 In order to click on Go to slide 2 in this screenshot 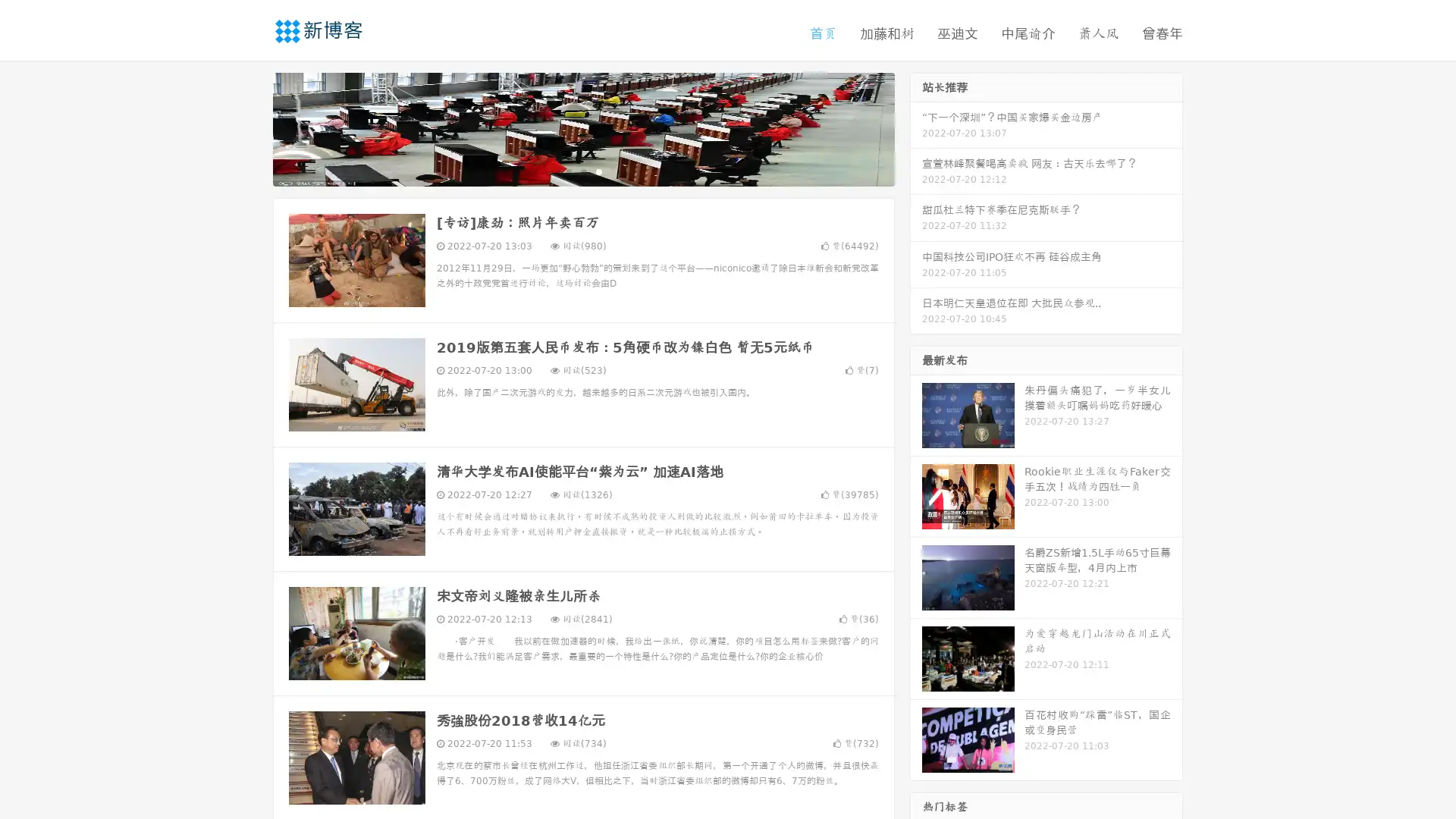, I will do `click(582, 171)`.